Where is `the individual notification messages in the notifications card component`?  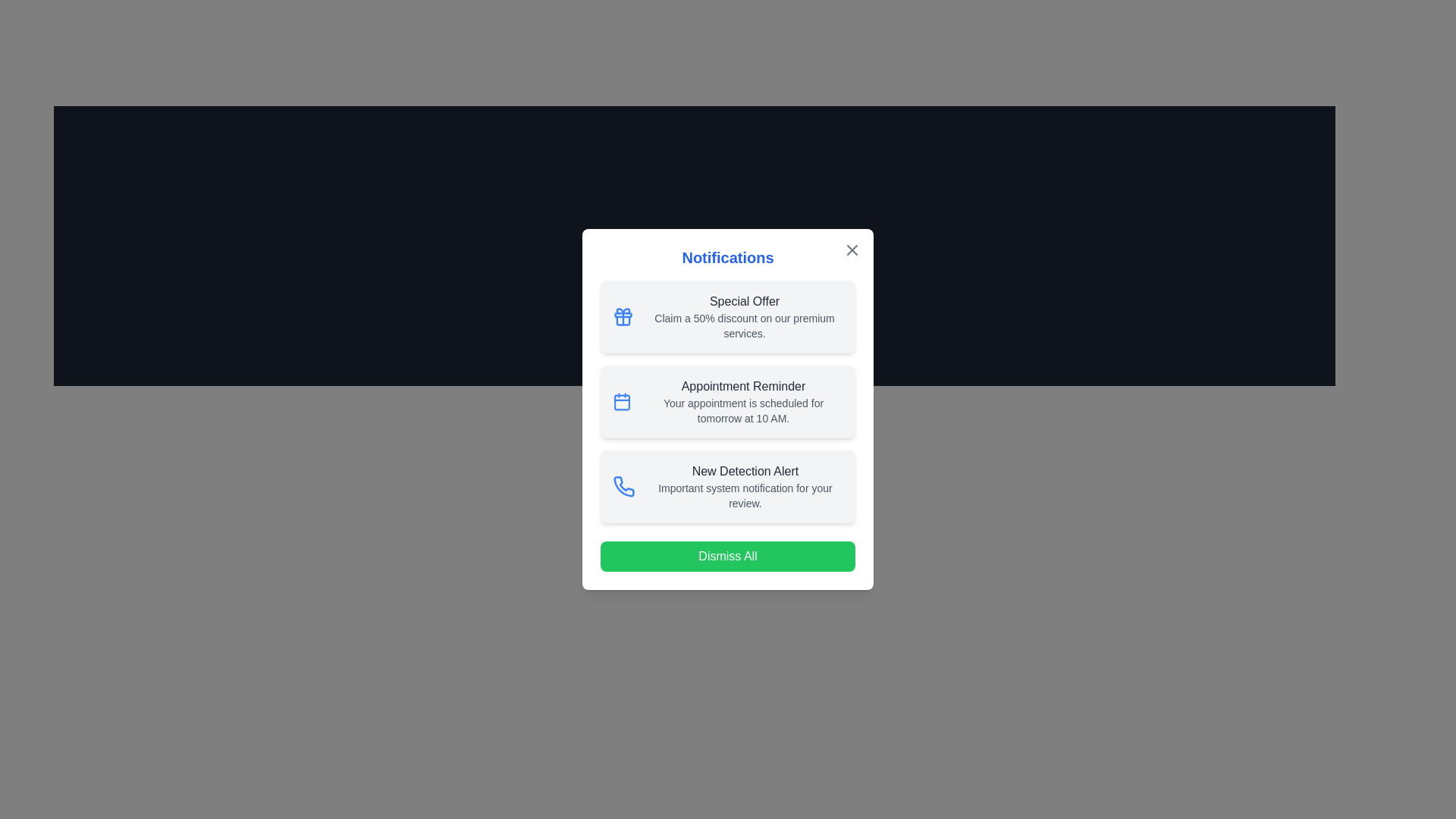
the individual notification messages in the notifications card component is located at coordinates (728, 409).